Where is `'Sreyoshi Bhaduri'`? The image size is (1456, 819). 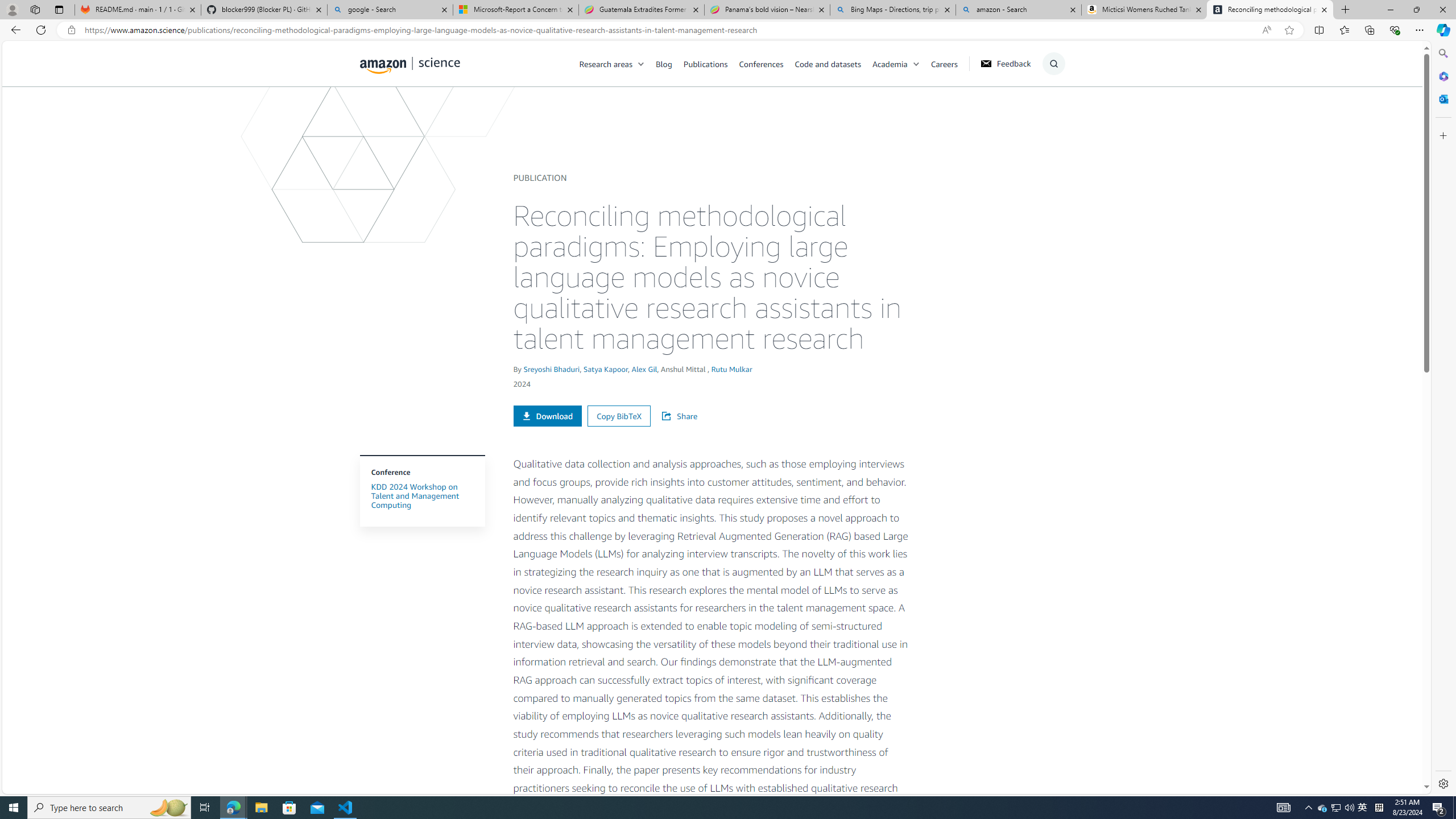
'Sreyoshi Bhaduri' is located at coordinates (550, 368).